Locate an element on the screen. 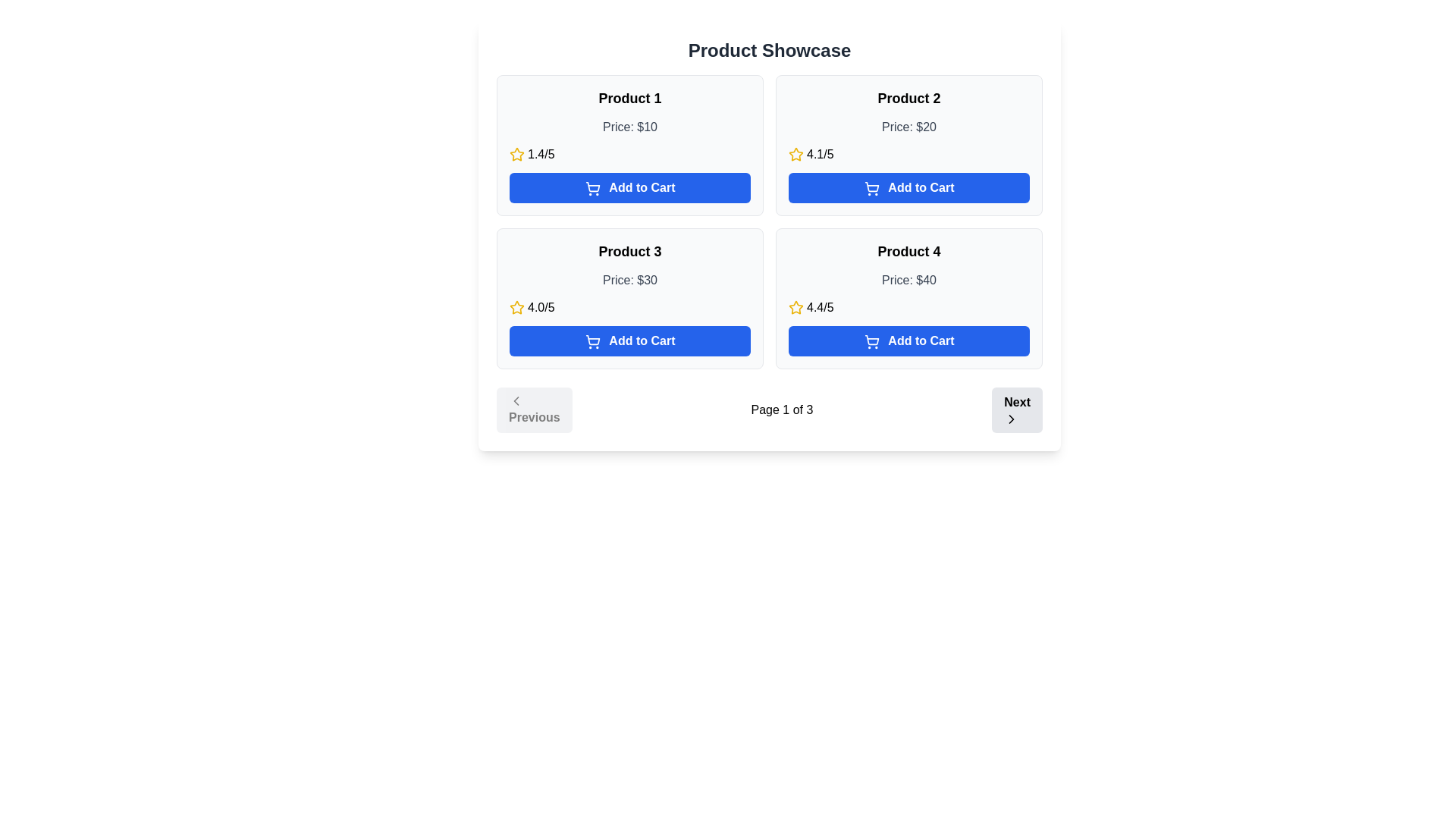  the text label that displays the price of 'Product 2', which is located below the title and above the rating information within the product's card in the top-right corner of the layout is located at coordinates (909, 127).